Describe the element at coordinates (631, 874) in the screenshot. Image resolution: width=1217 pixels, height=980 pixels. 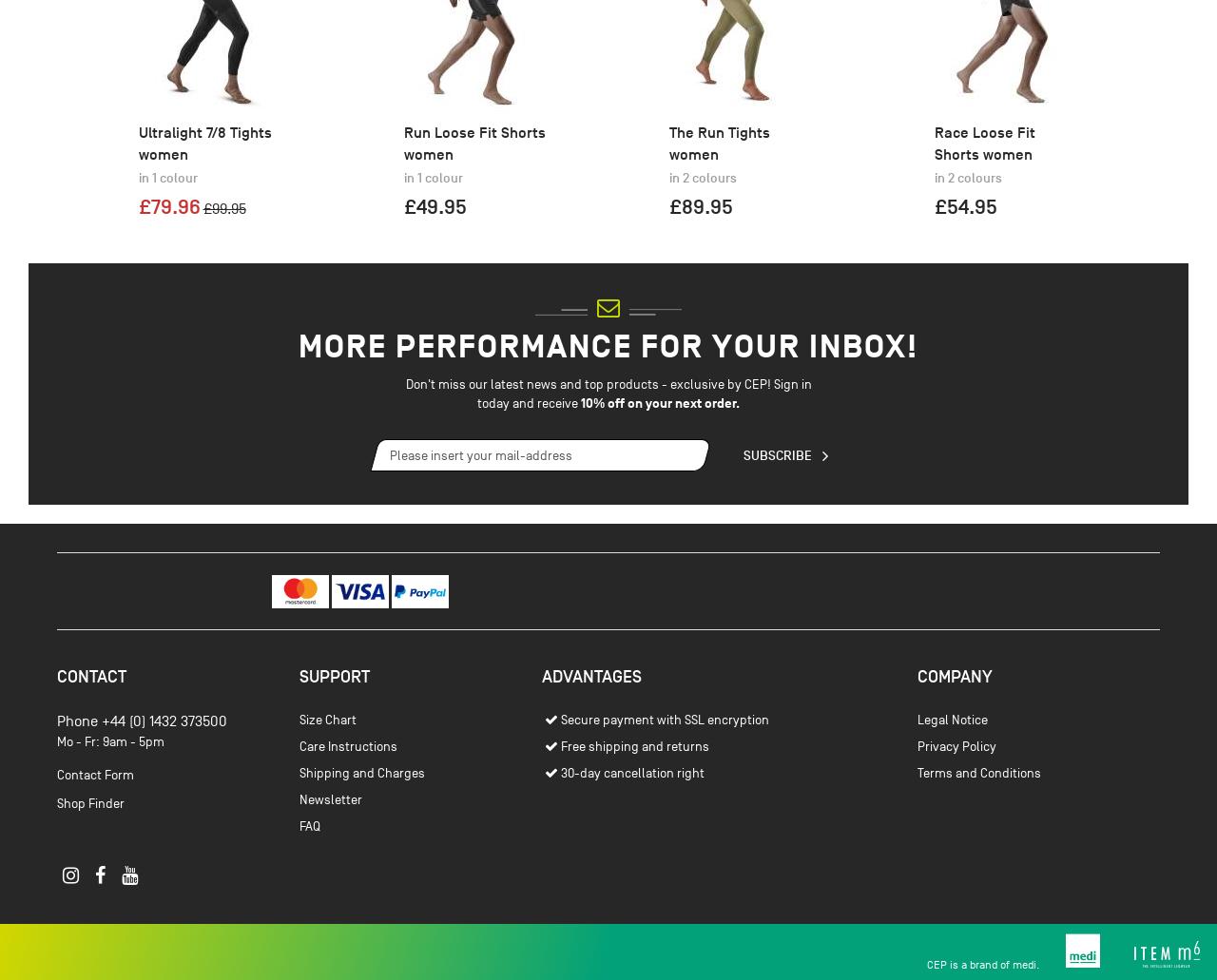
I see `'30-day cancellation right'` at that location.